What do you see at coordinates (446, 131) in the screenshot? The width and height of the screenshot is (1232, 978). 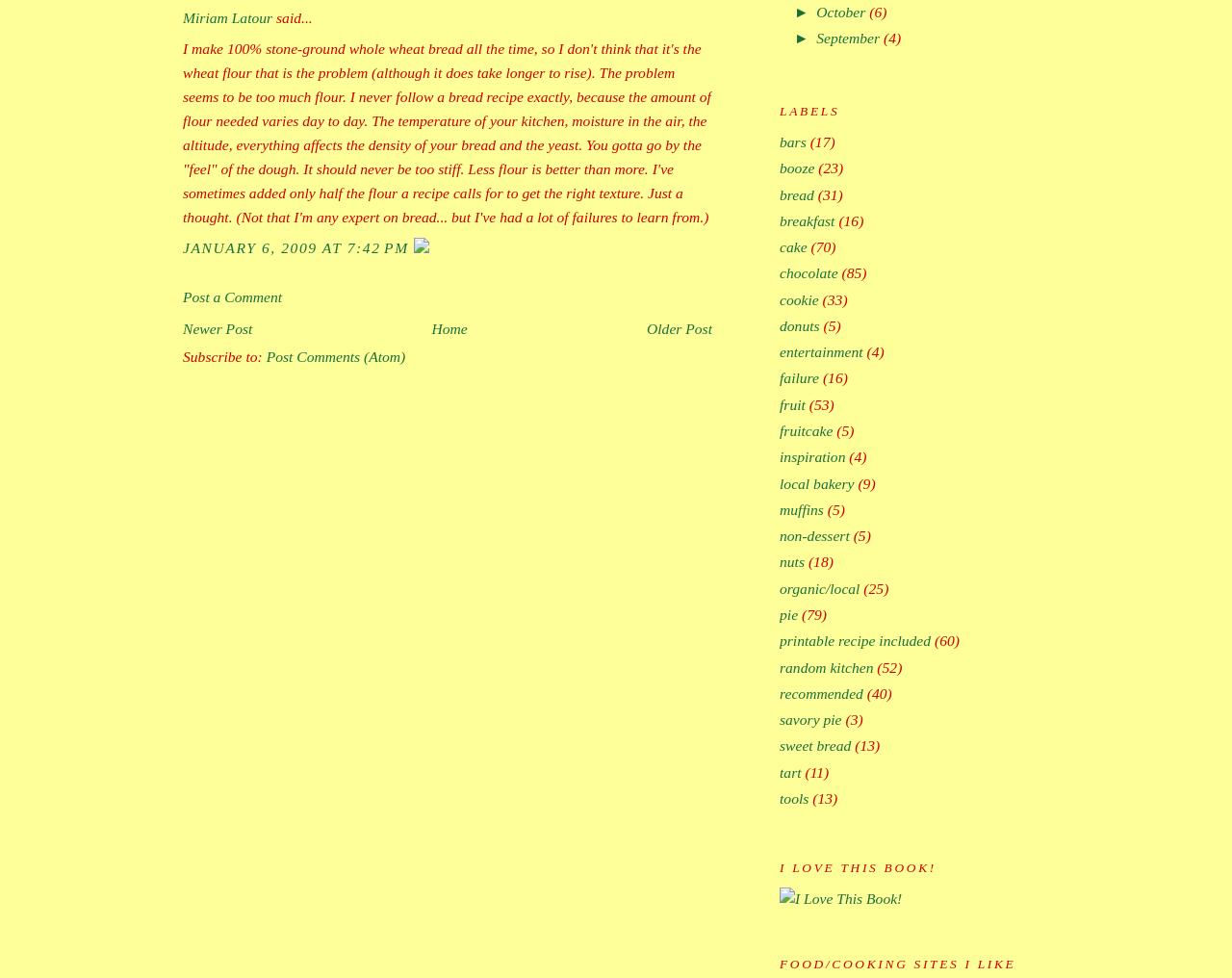 I see `'I make 100% stone-ground whole wheat bread all the time, so I don't think that it's the wheat flour that is the problem (although it does take longer to rise).  The problem seems to be too much flour.  I never follow a bread recipe exactly, because the amount of flour needed varies day to day.  The temperature of your kitchen, moisture in the air, the altitude, everything affects the density of your bread and the yeast.  You gotta go by the "feel" of the dough.  It should never be too stiff.  Less flour is better than more.  I've sometimes added only half the flour a recipe calls for to get the right texture. Just a thought.  (Not that I'm any expert on bread... but I've had a lot of failures to learn from.)'` at bounding box center [446, 131].